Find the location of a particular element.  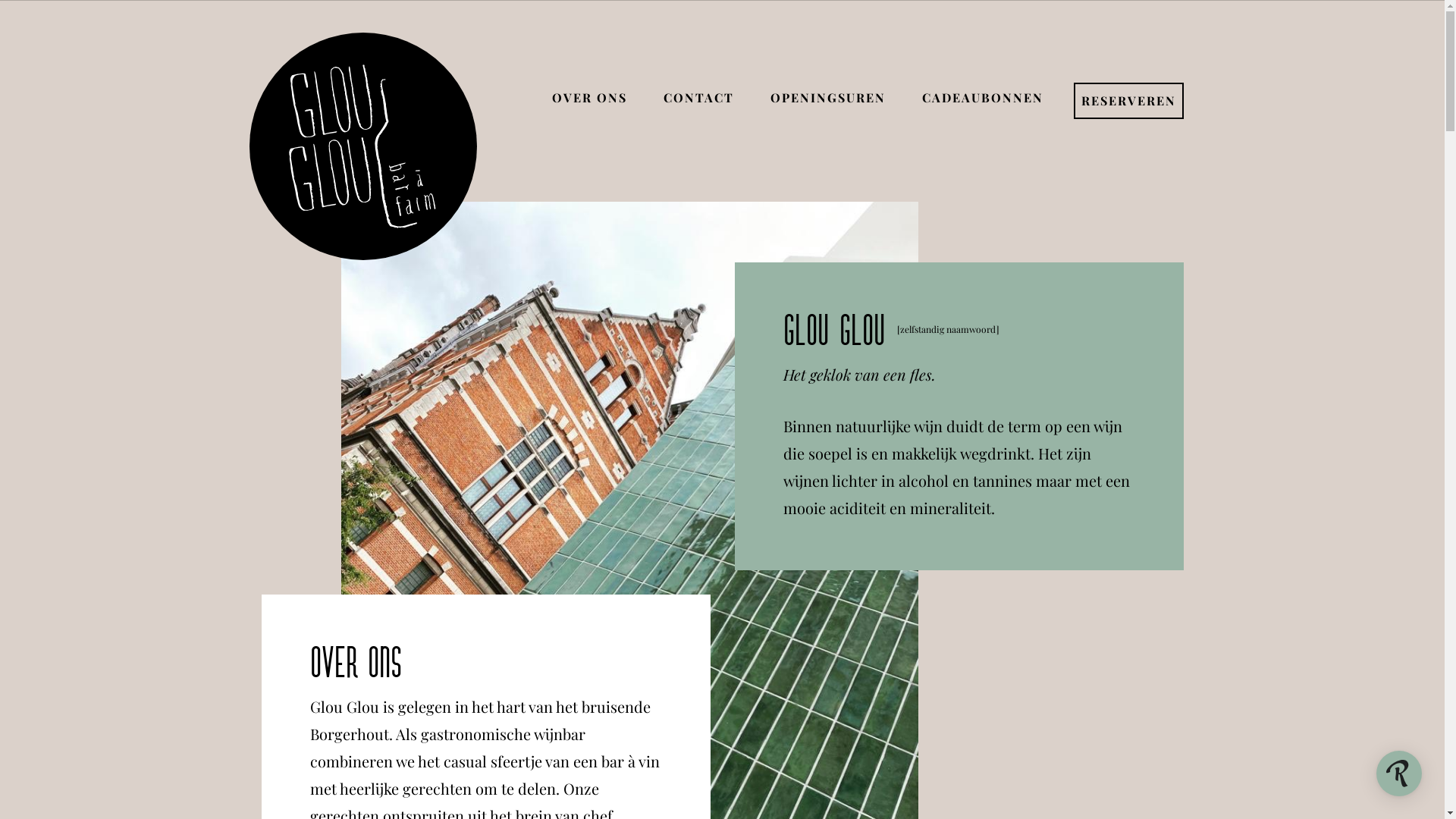

'RESERVEREN' is located at coordinates (1128, 101).